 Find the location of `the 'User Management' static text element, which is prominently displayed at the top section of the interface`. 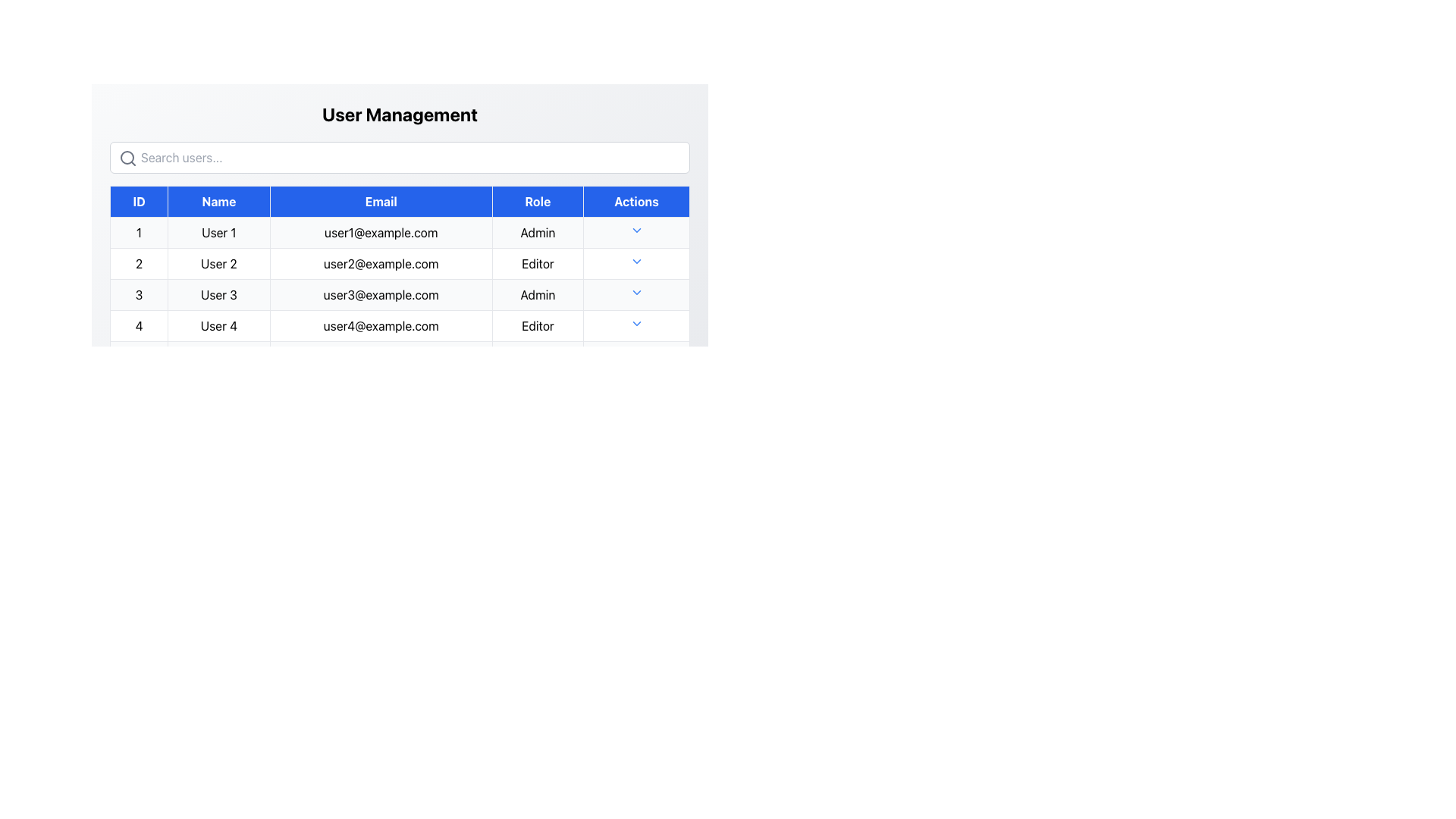

the 'User Management' static text element, which is prominently displayed at the top section of the interface is located at coordinates (400, 113).